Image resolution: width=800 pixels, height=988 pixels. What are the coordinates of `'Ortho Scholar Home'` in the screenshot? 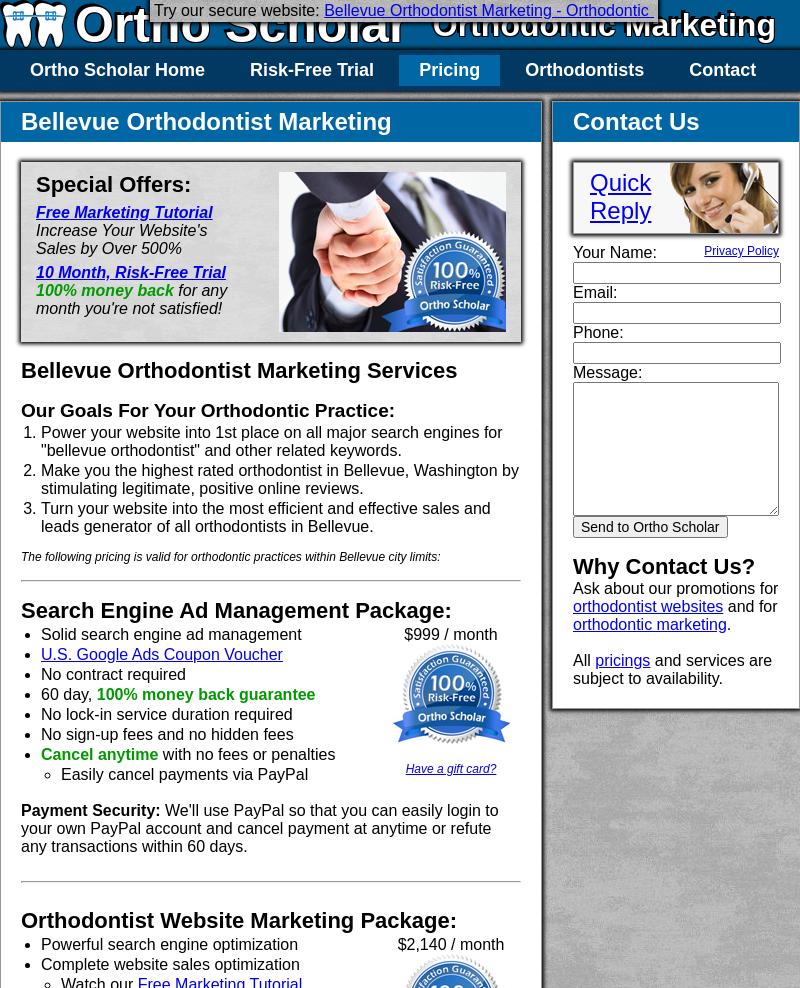 It's located at (116, 70).